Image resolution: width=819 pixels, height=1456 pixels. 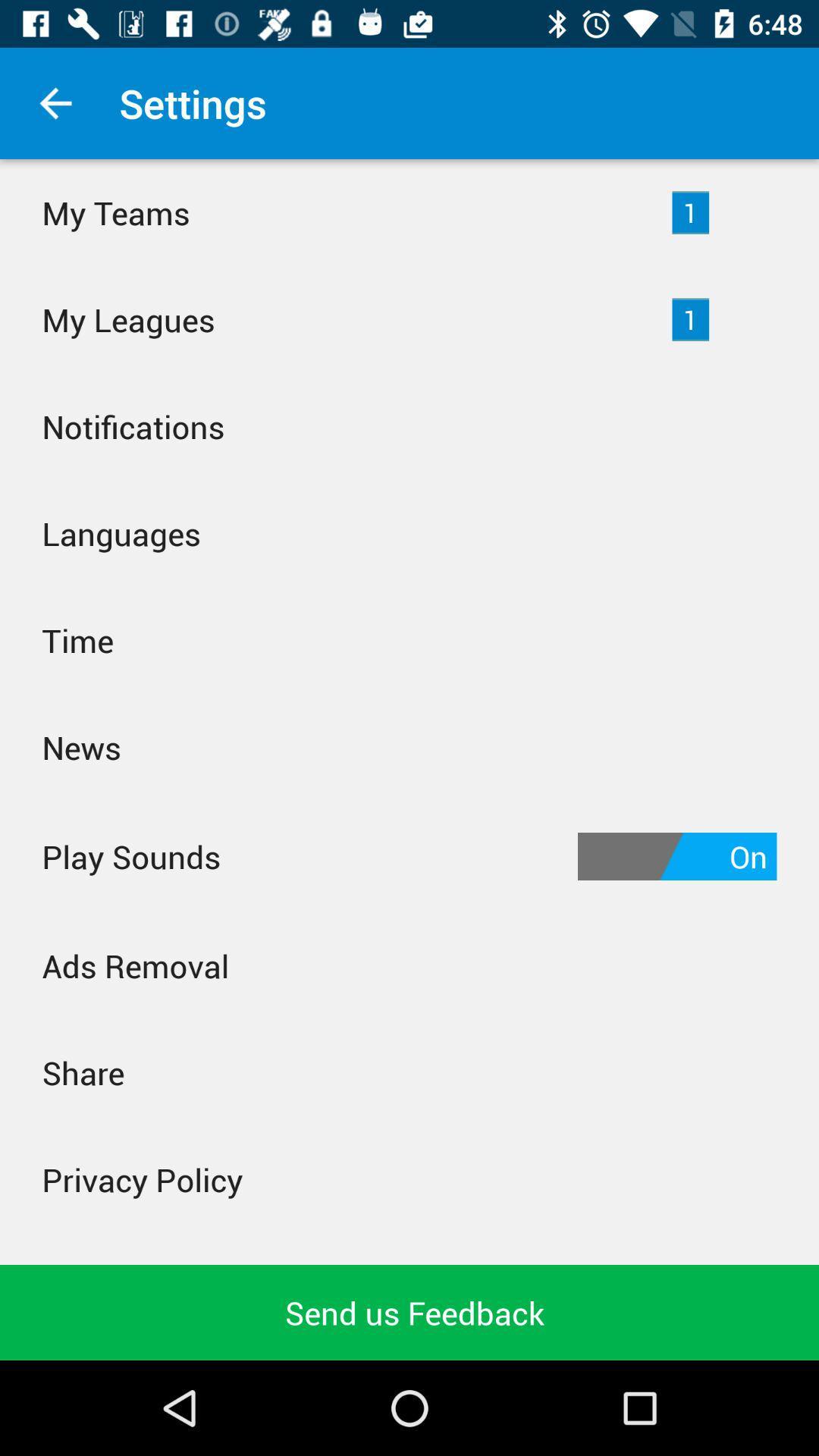 I want to click on the item next to the settings item, so click(x=55, y=102).